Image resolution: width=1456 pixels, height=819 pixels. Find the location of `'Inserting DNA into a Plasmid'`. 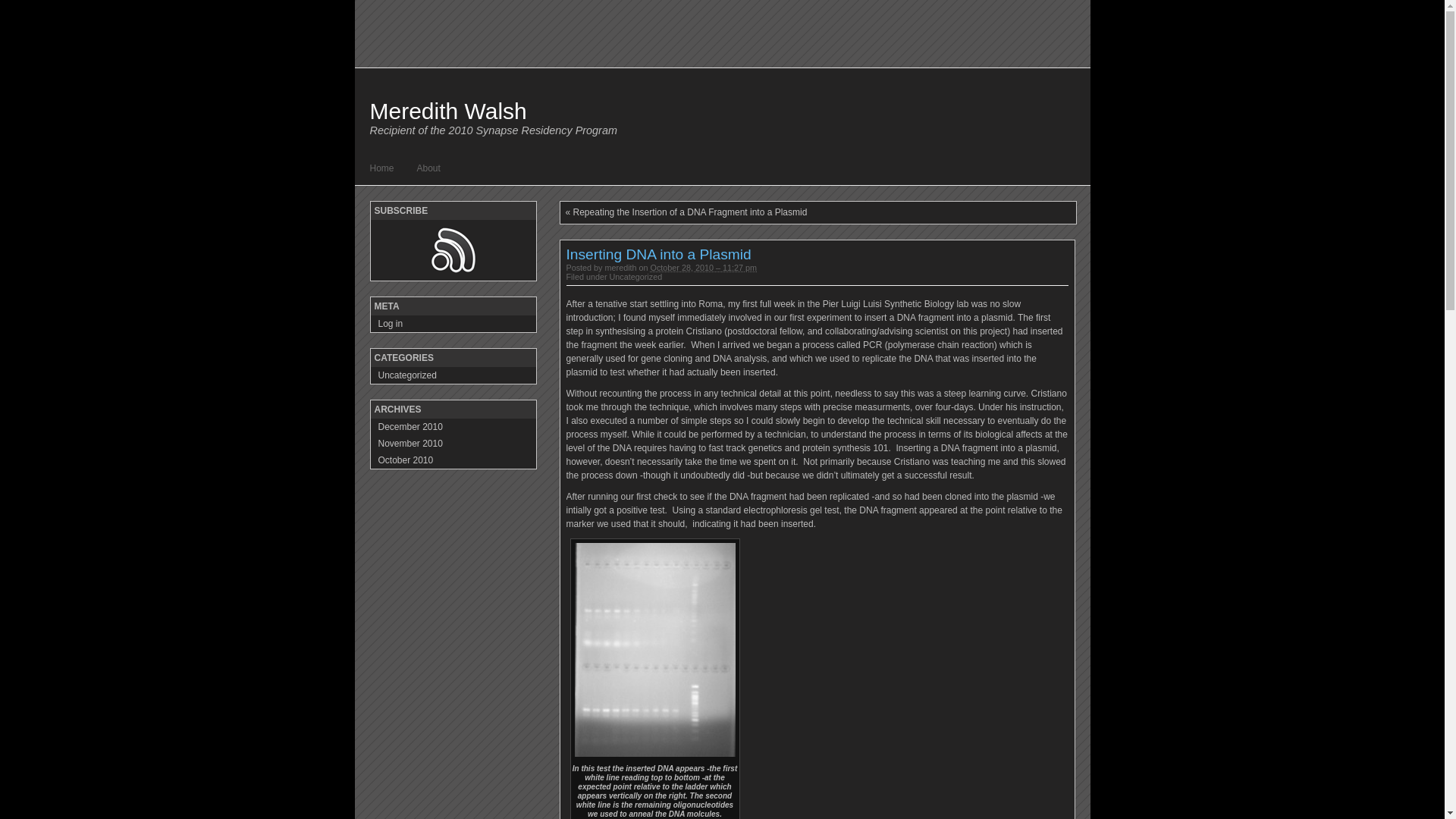

'Inserting DNA into a Plasmid' is located at coordinates (658, 253).